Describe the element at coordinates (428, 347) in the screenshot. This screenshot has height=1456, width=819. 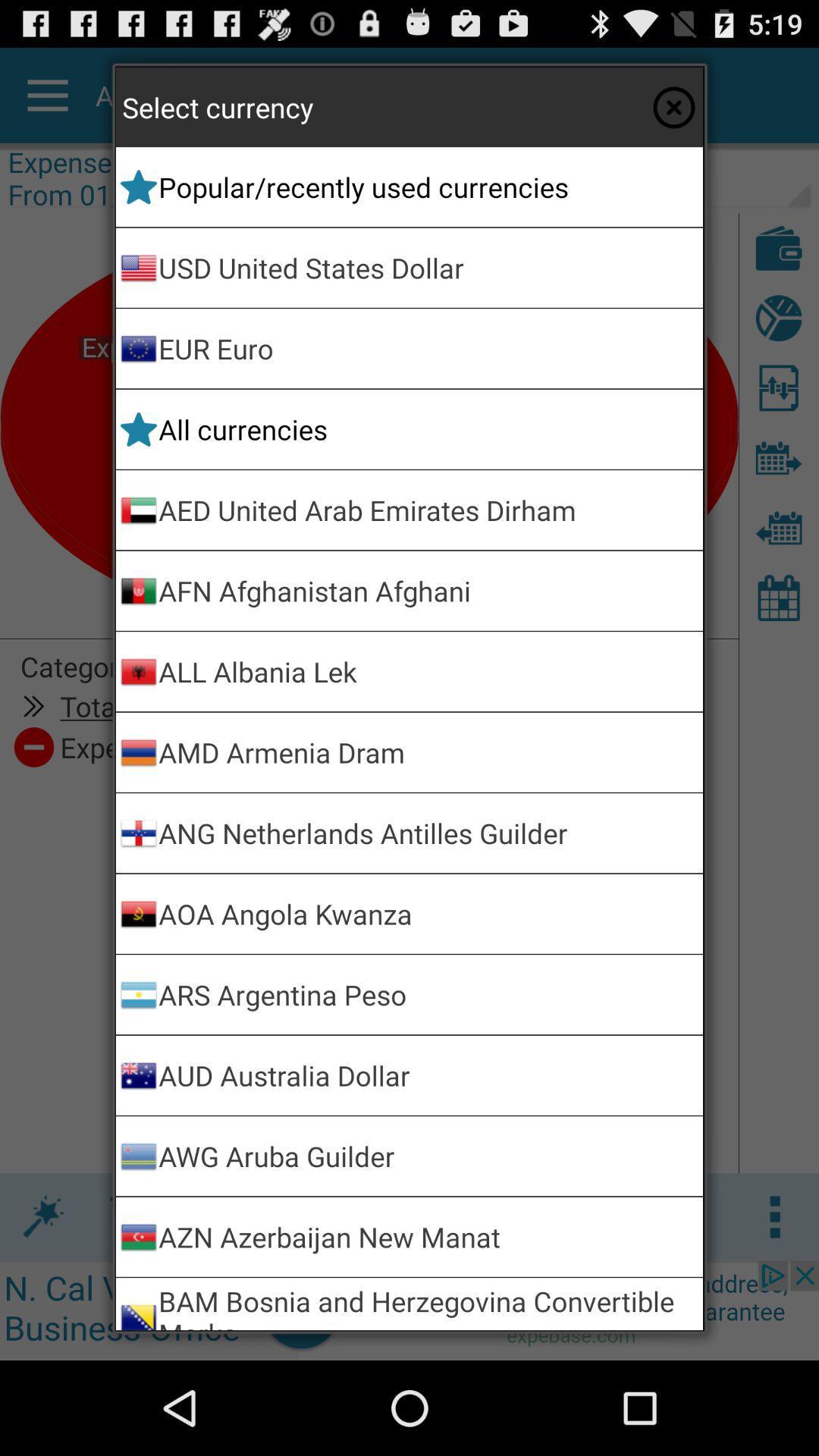
I see `app above the all currencies icon` at that location.